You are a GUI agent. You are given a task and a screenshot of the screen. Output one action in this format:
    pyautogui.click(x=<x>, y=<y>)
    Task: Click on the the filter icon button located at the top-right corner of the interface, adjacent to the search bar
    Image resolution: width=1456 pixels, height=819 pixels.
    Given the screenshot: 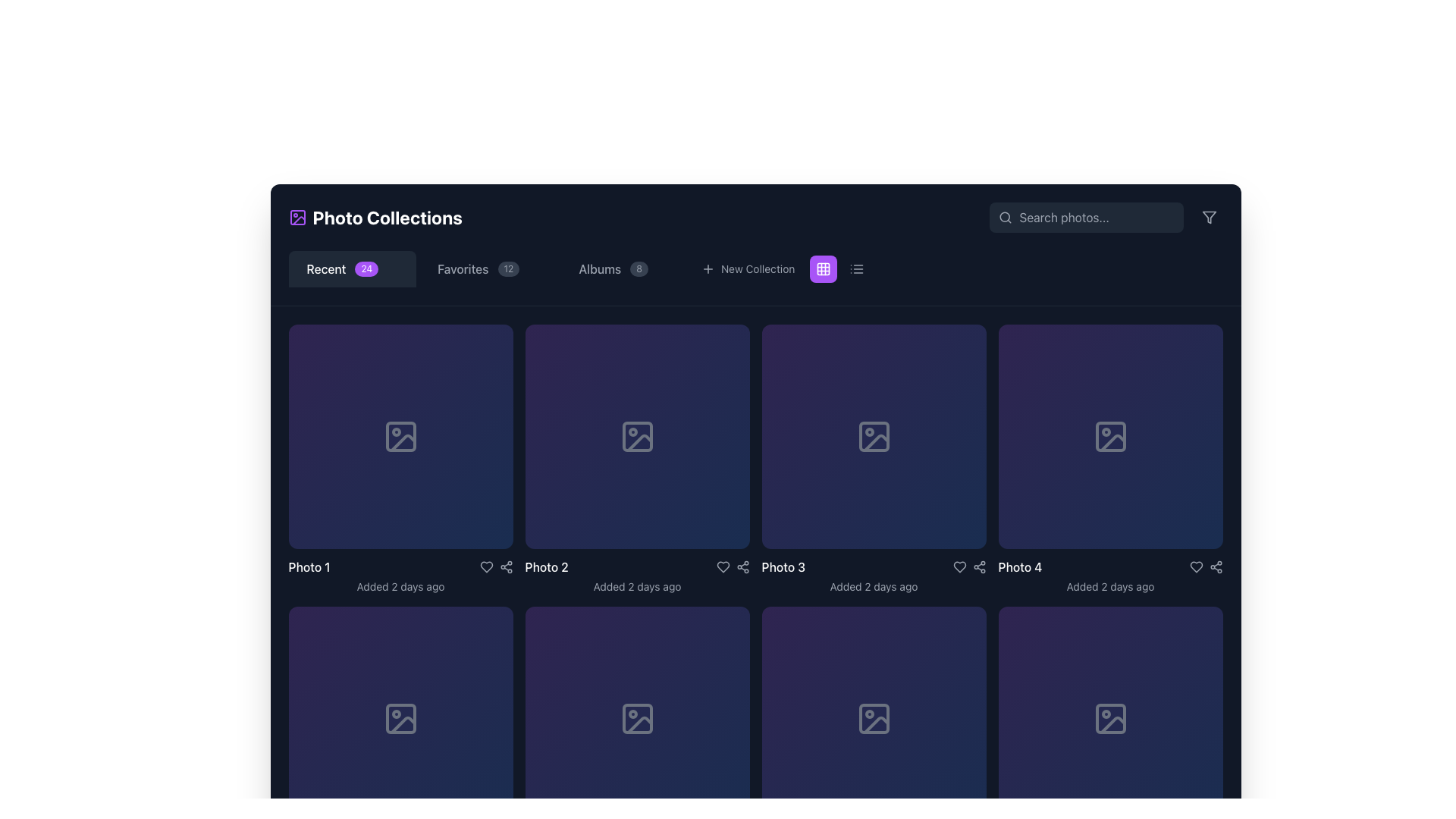 What is the action you would take?
    pyautogui.click(x=1208, y=217)
    